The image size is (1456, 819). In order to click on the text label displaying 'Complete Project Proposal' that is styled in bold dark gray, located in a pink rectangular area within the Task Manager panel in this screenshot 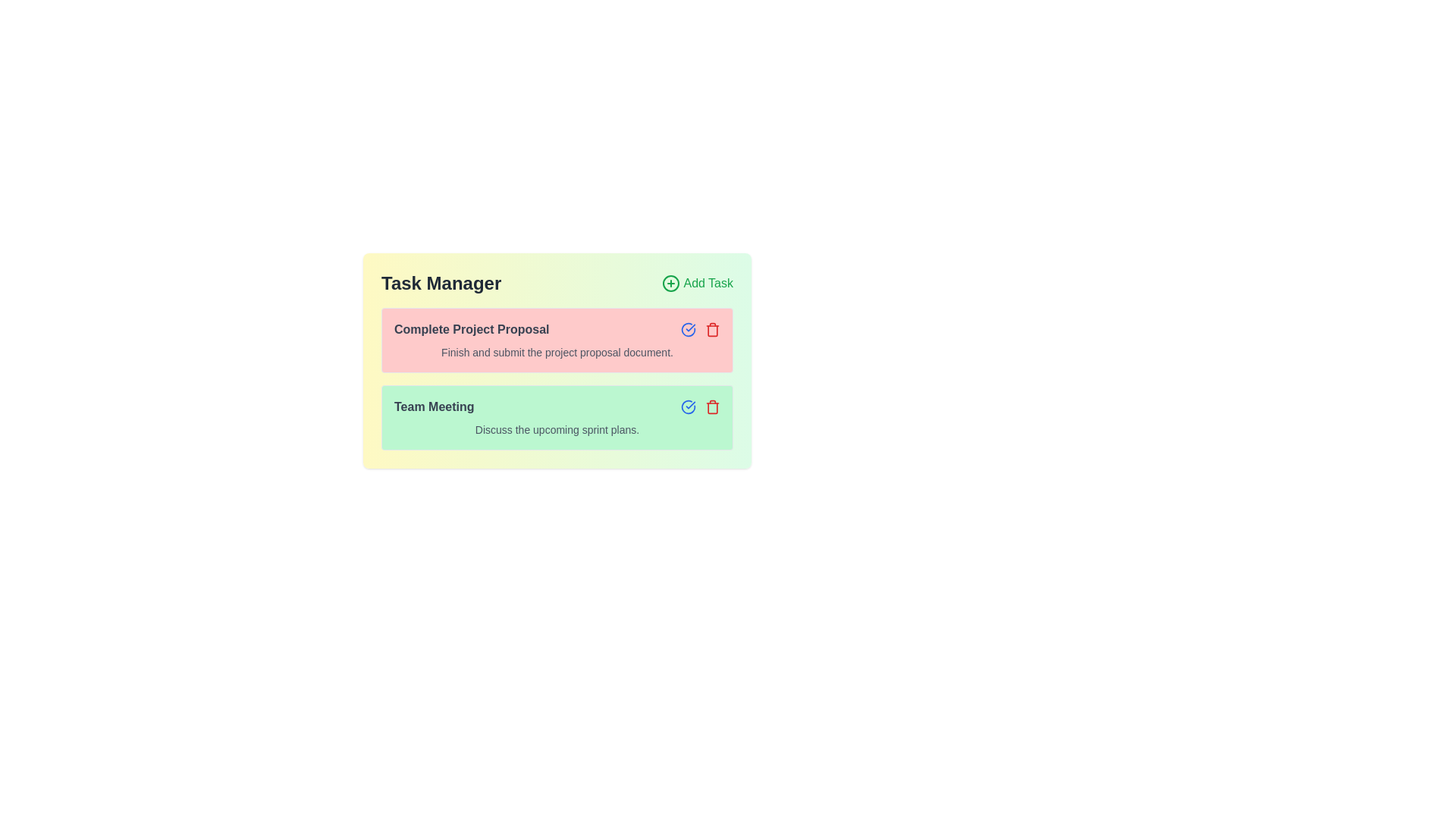, I will do `click(471, 329)`.